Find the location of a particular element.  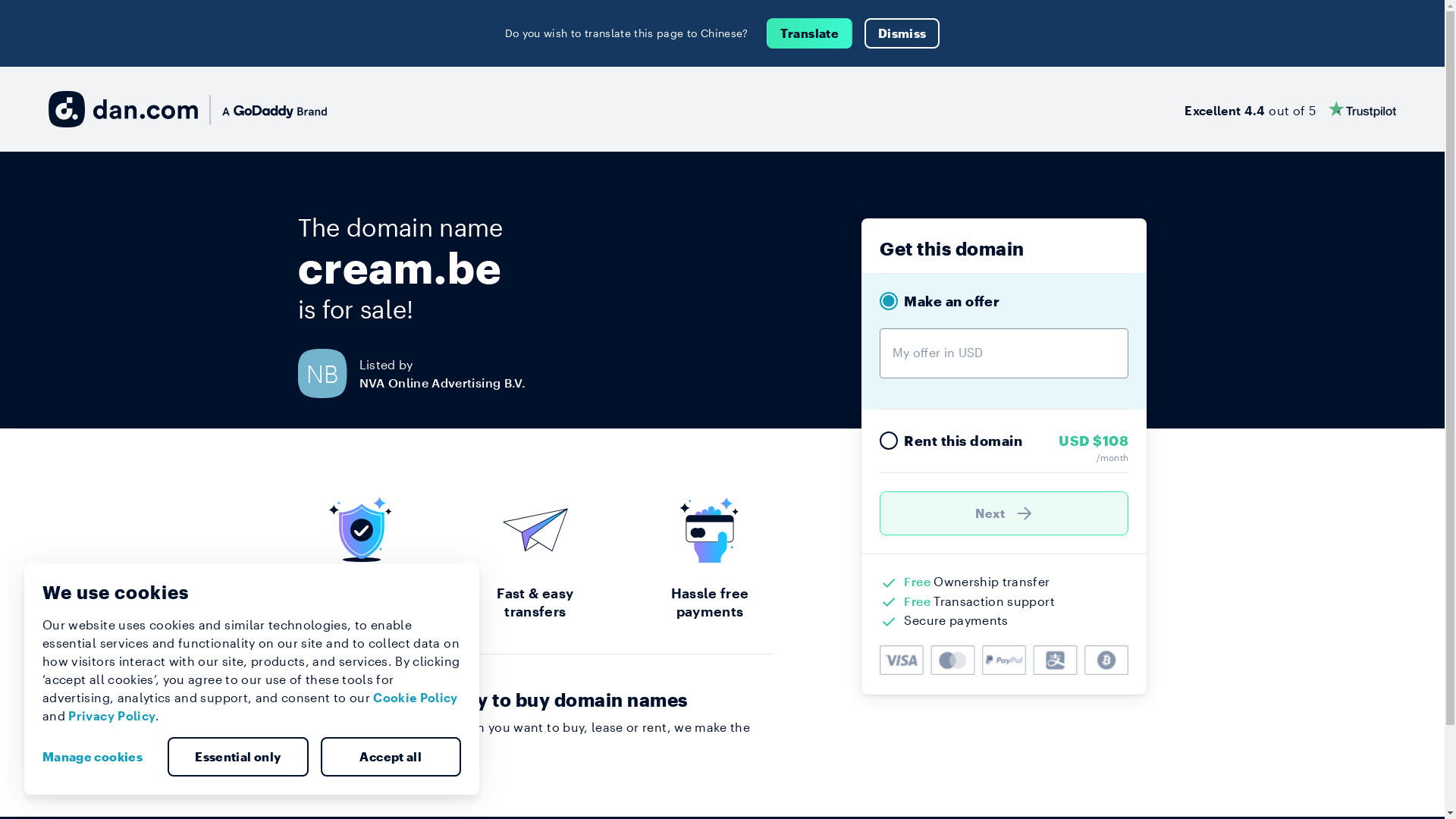

'Privacy Policy' is located at coordinates (111, 715).